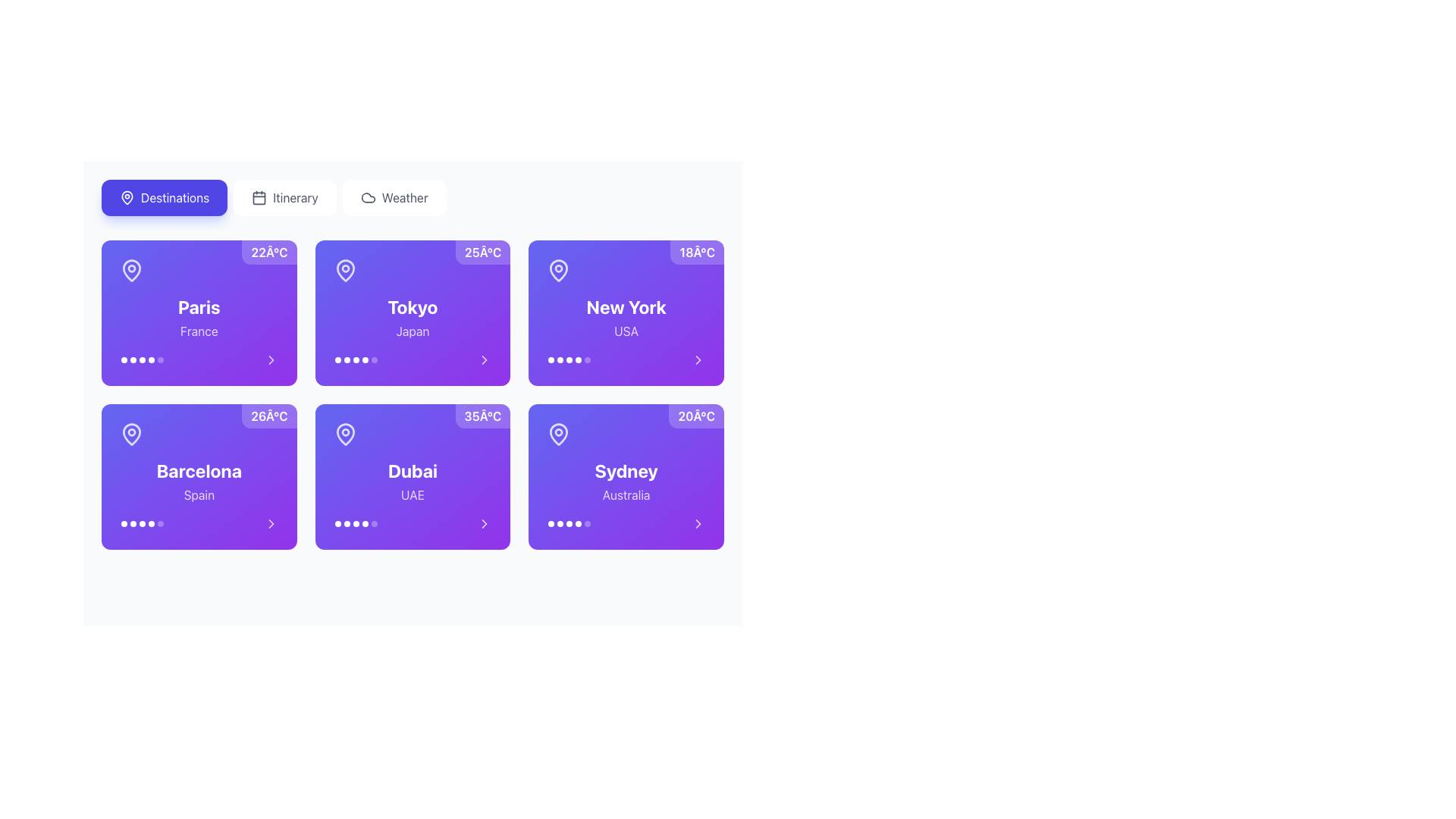 The image size is (1456, 819). What do you see at coordinates (484, 522) in the screenshot?
I see `the navigation icon located at the bottom-right region of the card labeled 'Dubai UAE', which is the sixth card in a grid layout` at bounding box center [484, 522].